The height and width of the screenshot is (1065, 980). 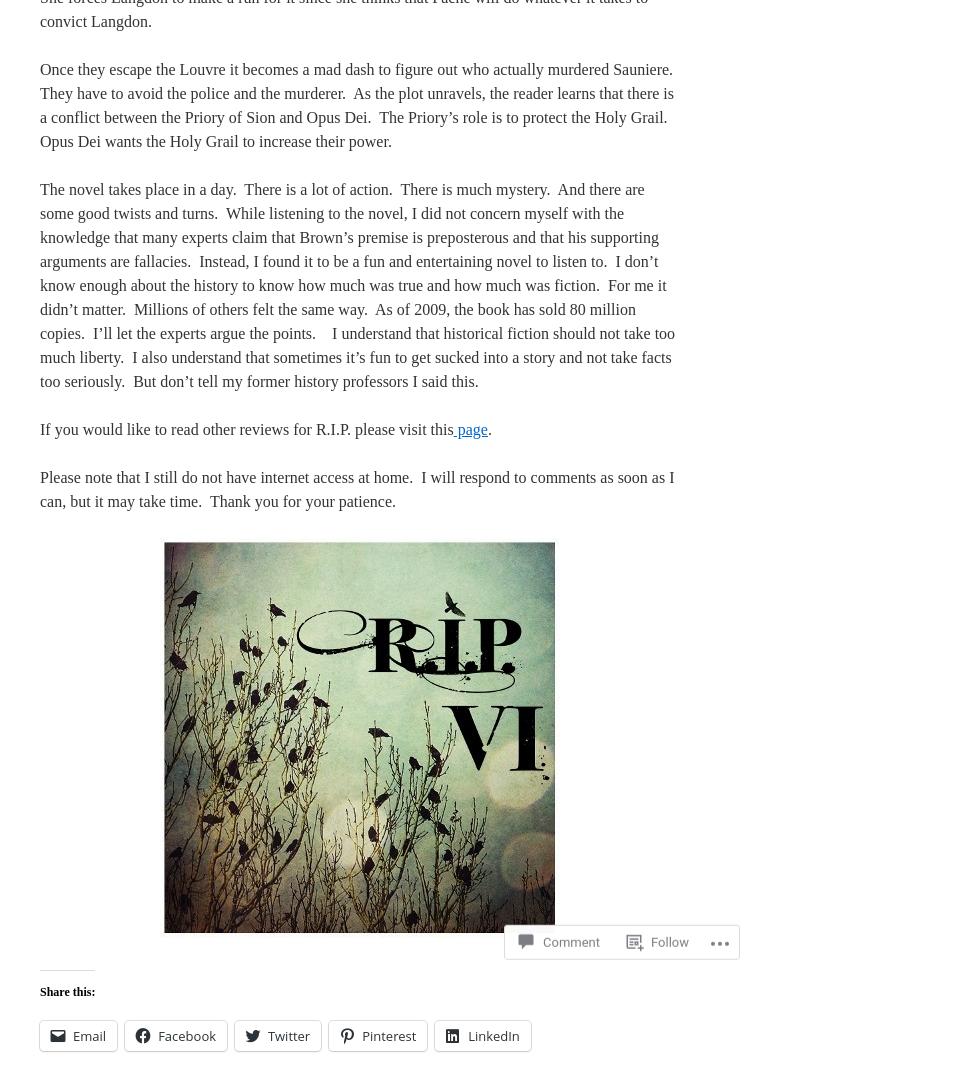 What do you see at coordinates (489, 428) in the screenshot?
I see `'.'` at bounding box center [489, 428].